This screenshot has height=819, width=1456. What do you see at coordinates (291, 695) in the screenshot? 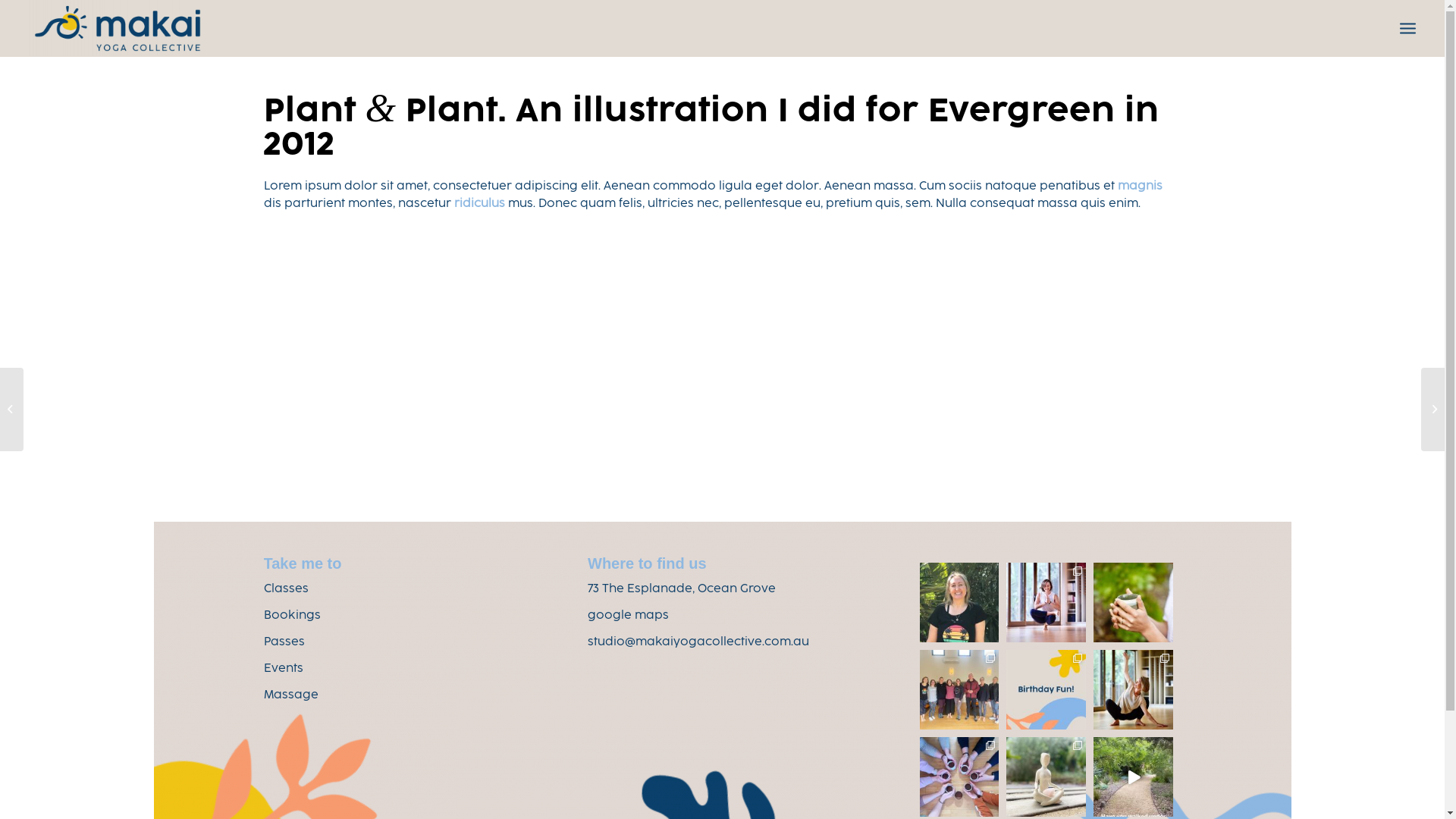
I see `'Massage'` at bounding box center [291, 695].